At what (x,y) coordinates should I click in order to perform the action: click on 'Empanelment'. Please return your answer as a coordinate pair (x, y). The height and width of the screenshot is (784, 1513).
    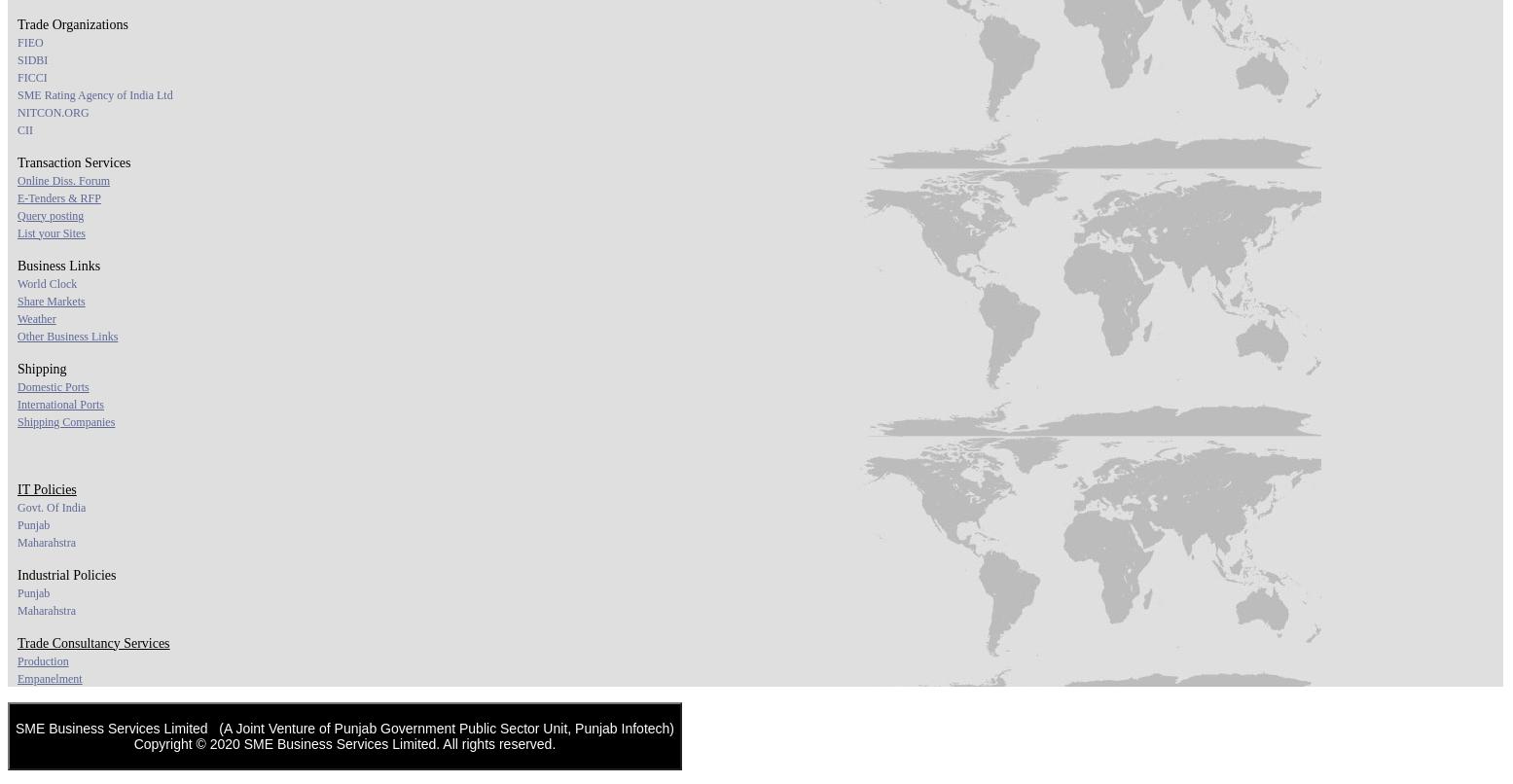
    Looking at the image, I should click on (18, 678).